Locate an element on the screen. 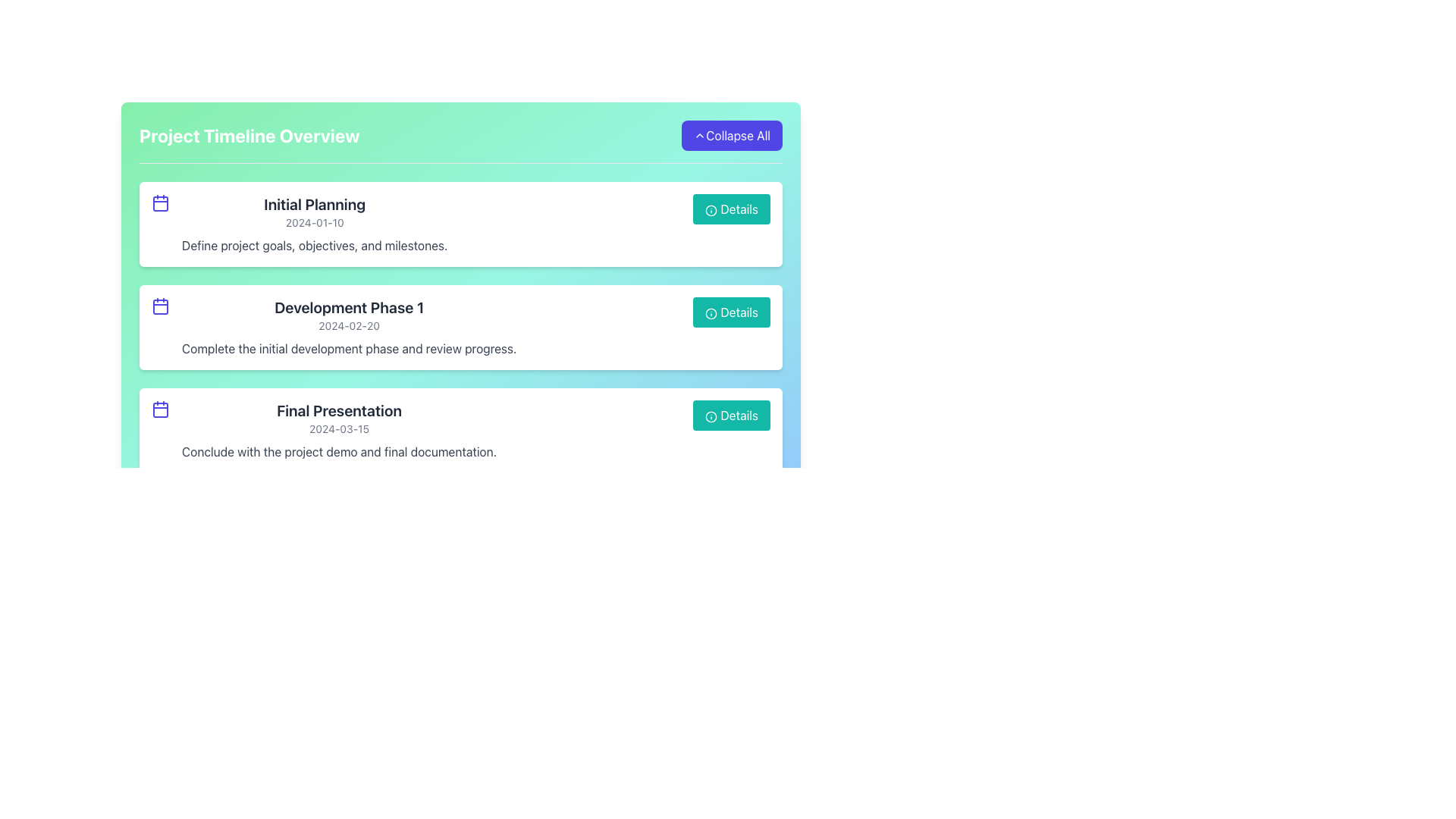 Image resolution: width=1456 pixels, height=819 pixels. date information displayed in the gray text label showing '2024-01-10', which is positioned below the title 'Initial Planning' is located at coordinates (314, 222).